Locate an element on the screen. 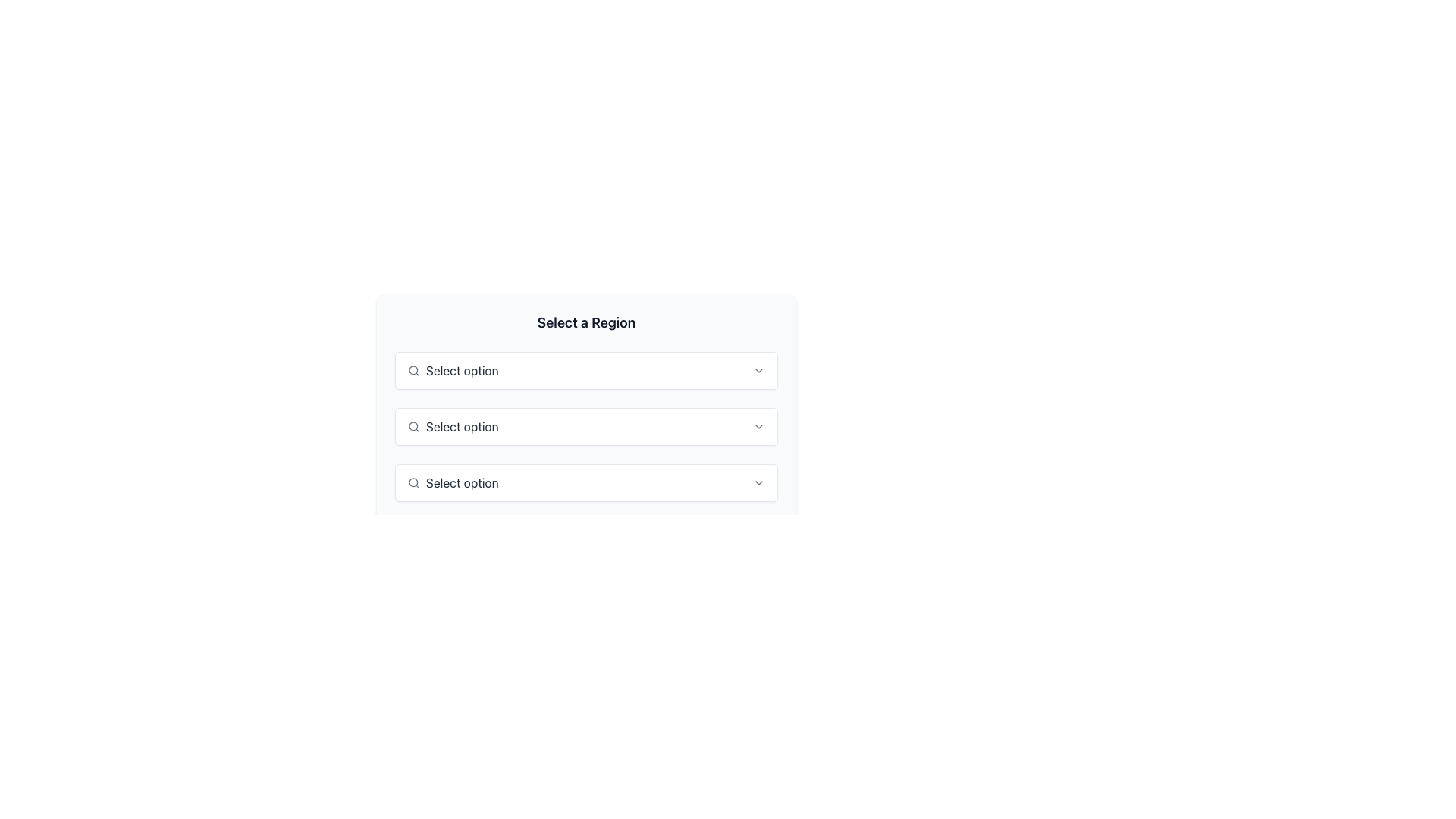 This screenshot has height=819, width=1456. the magnifying glass icon, which is the leftmost icon in the selection field labeled 'Select option' is located at coordinates (414, 371).